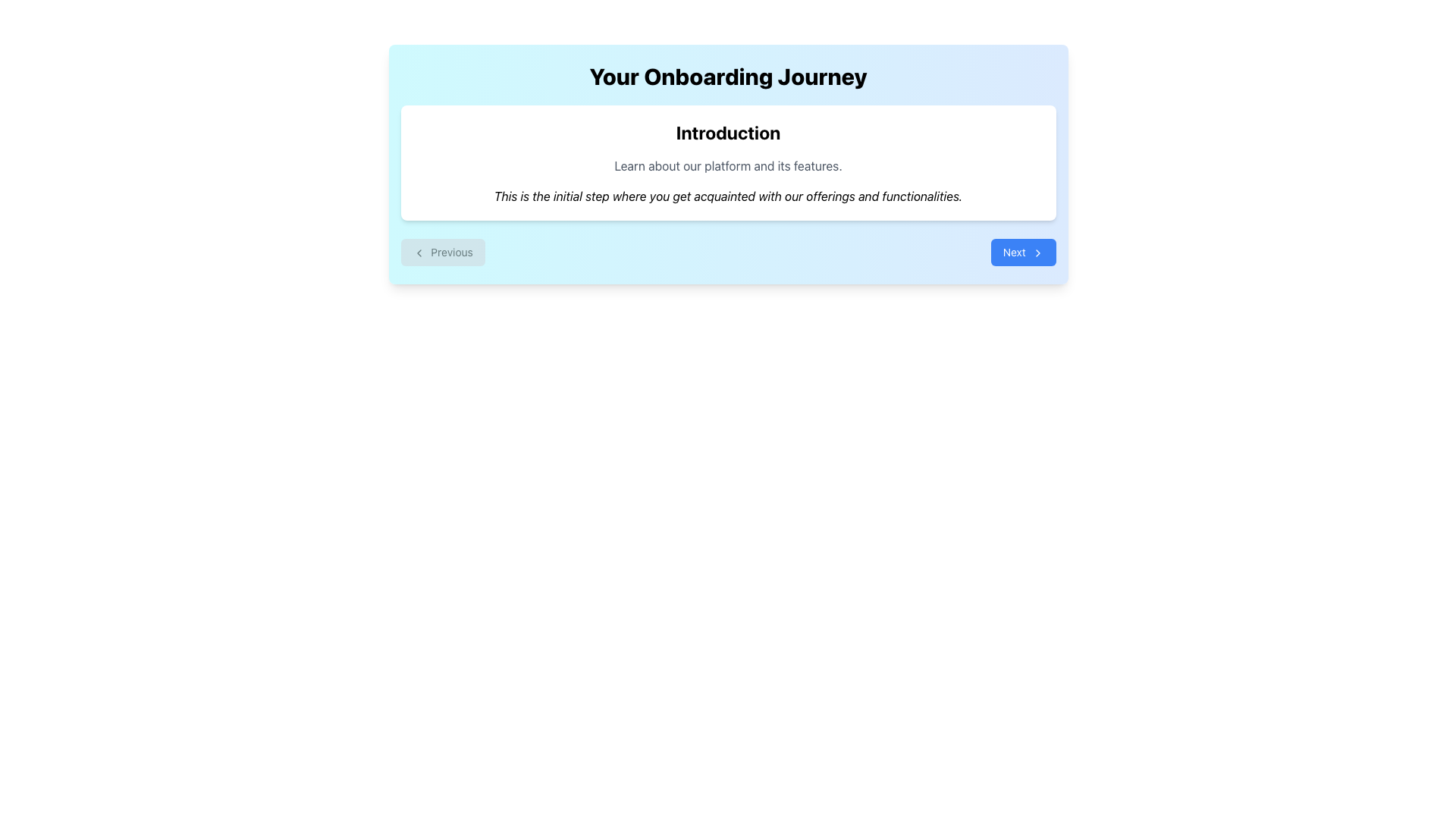 Image resolution: width=1456 pixels, height=819 pixels. What do you see at coordinates (728, 76) in the screenshot?
I see `heading text 'Your Onboarding Journey' displayed prominently at the top of the section with a gradient background` at bounding box center [728, 76].